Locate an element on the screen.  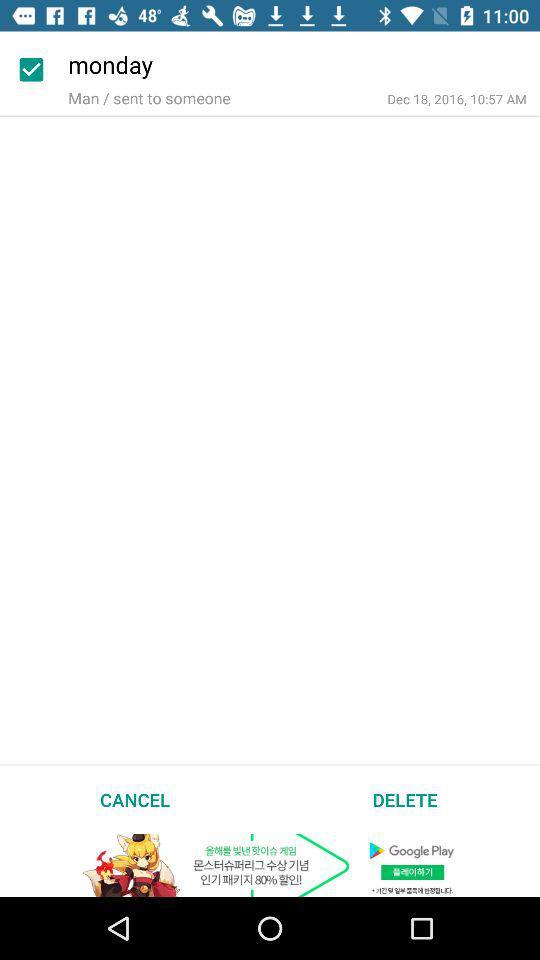
the dec 18 2016 icon is located at coordinates (457, 99).